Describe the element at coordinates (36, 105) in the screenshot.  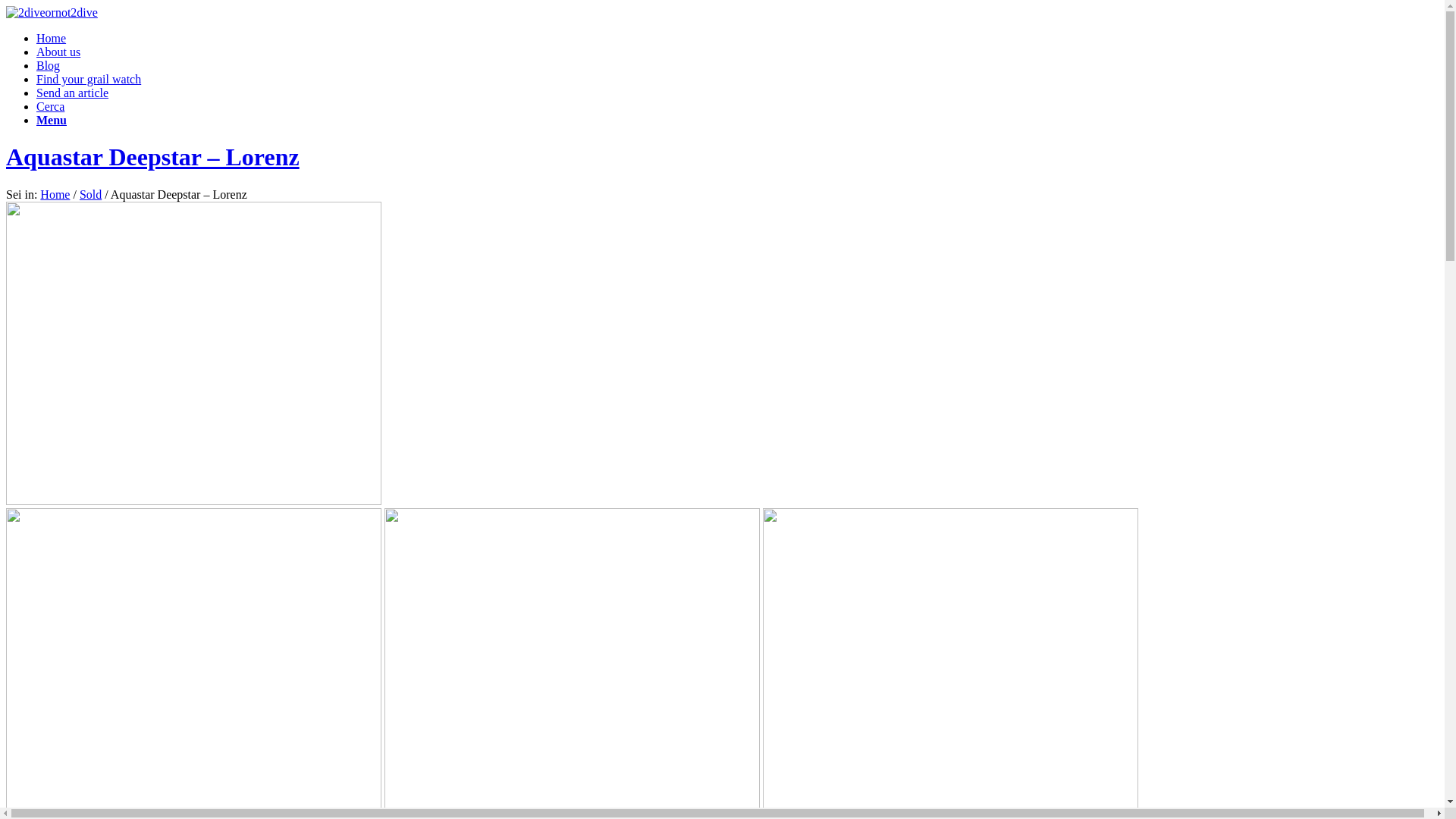
I see `'Cerca'` at that location.